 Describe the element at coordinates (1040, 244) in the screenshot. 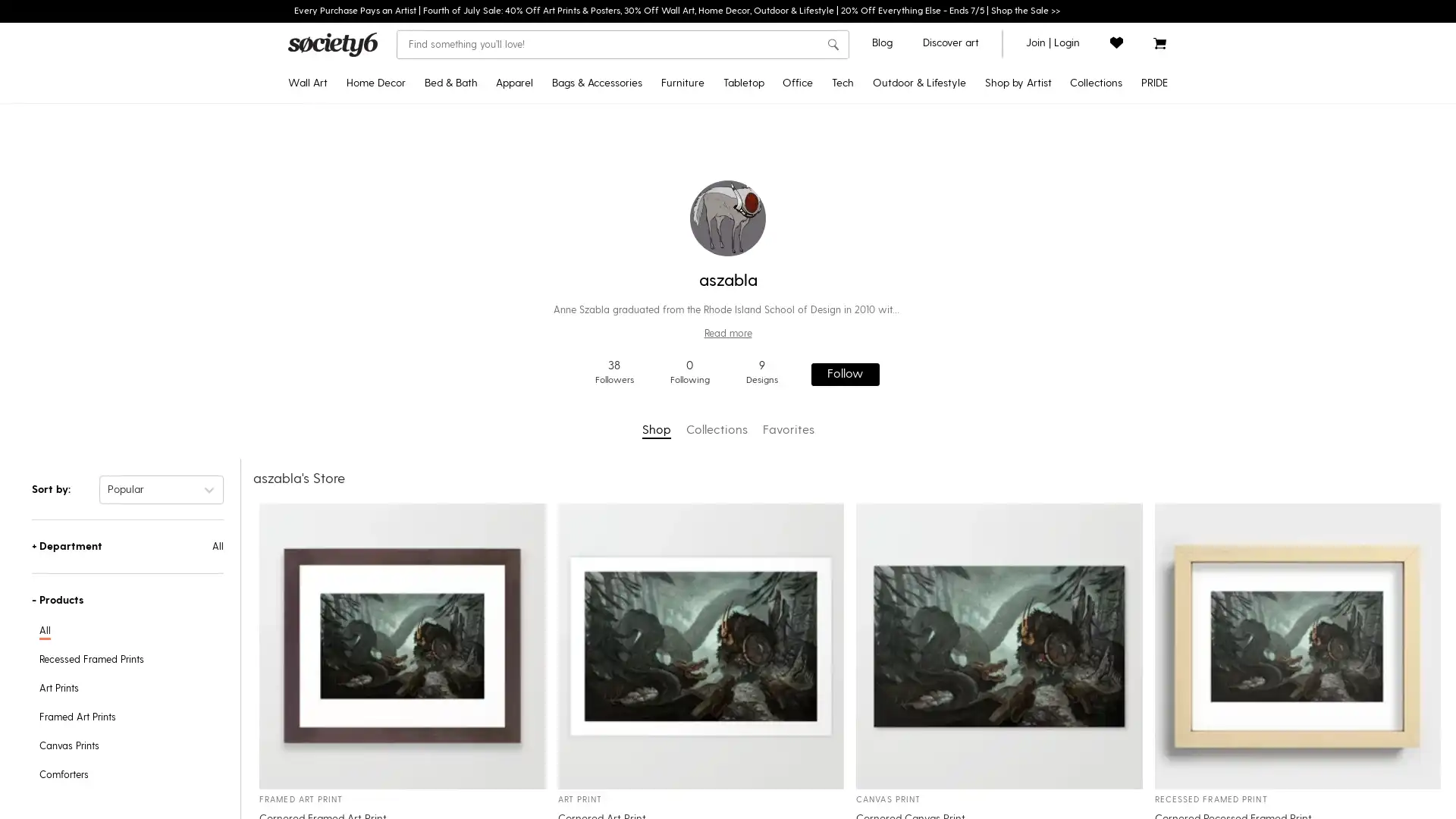

I see `Curator's Picks` at that location.